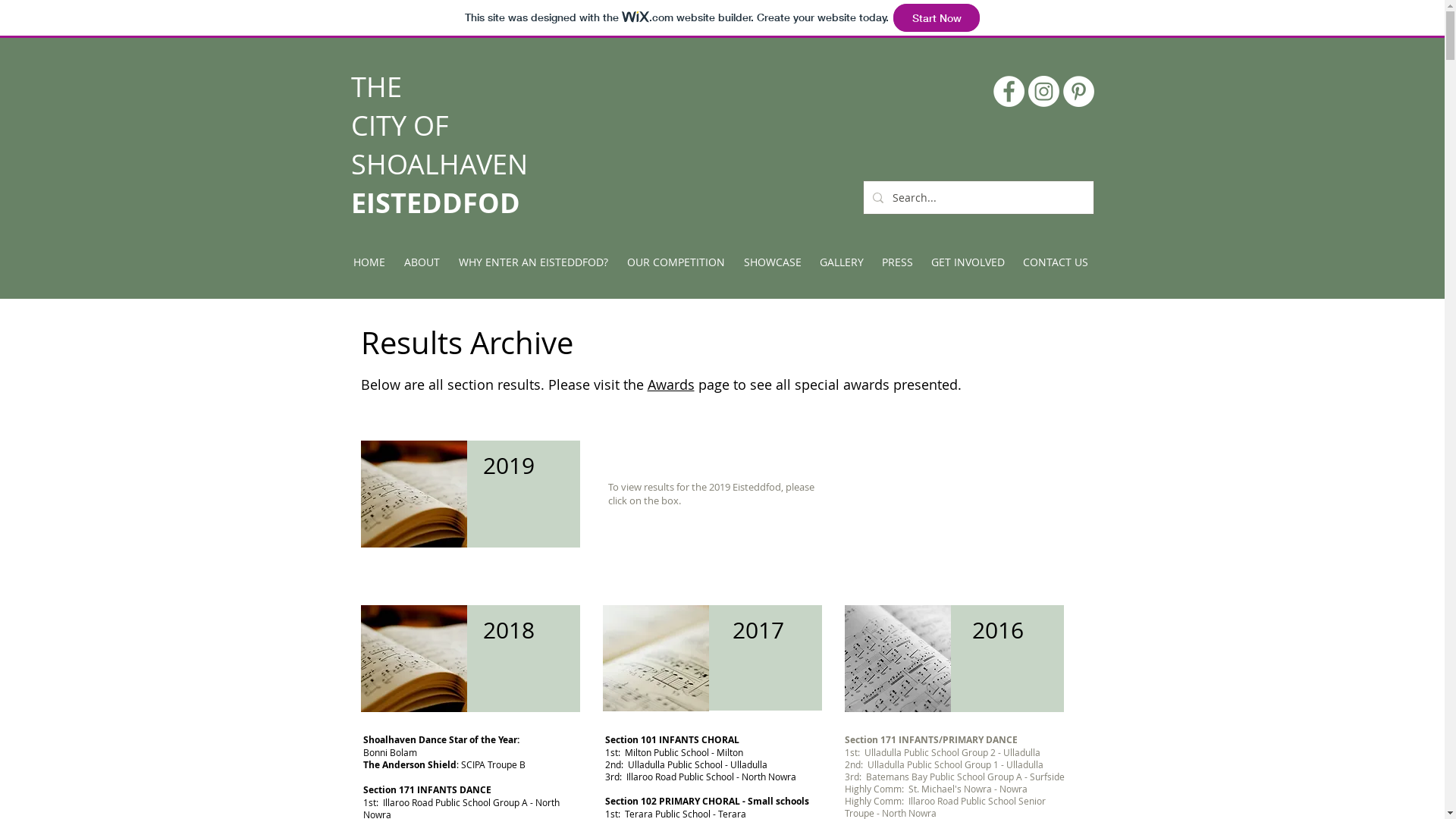 Image resolution: width=1456 pixels, height=819 pixels. I want to click on 'Music Notes', so click(414, 494).